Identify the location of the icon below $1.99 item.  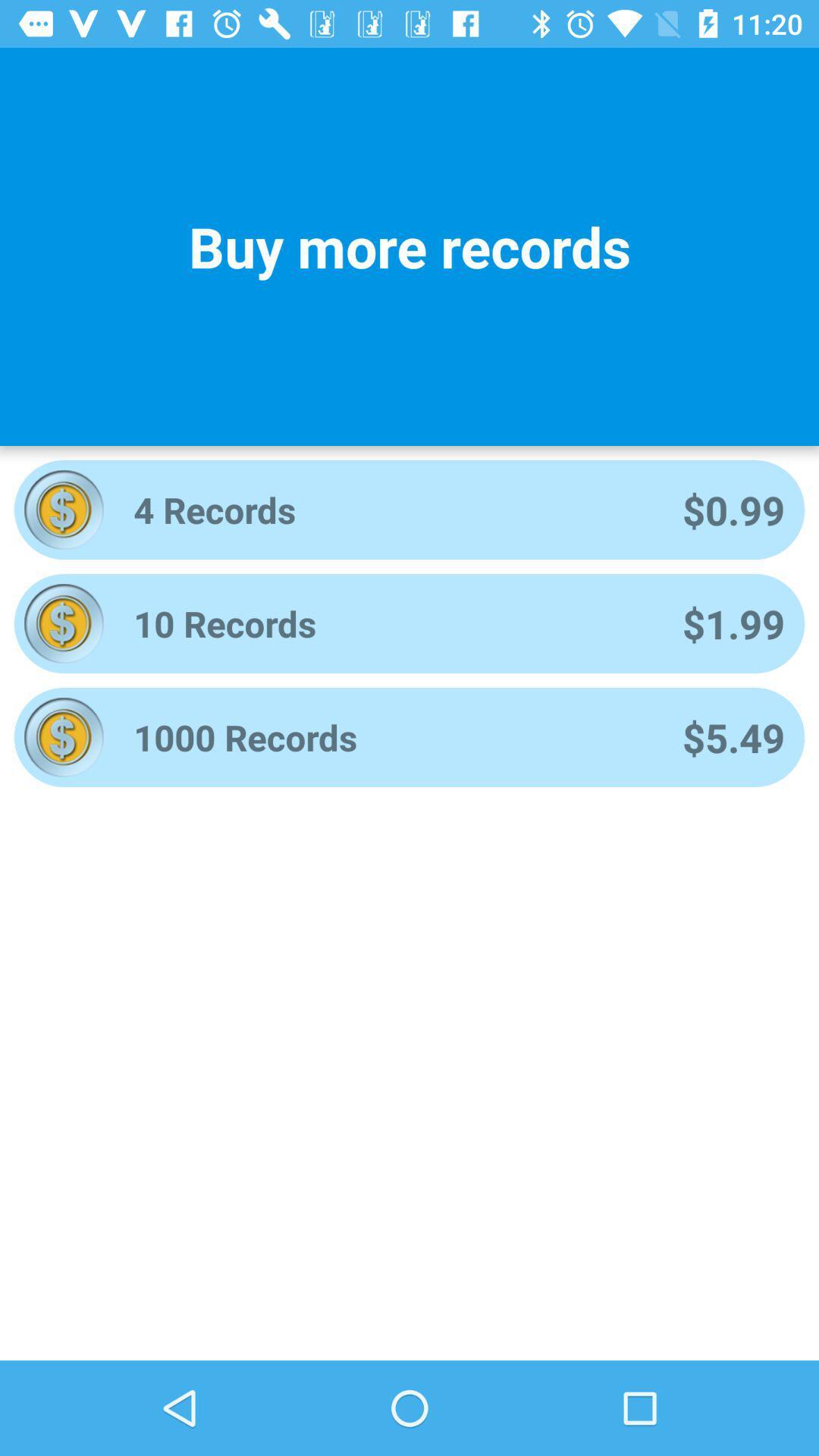
(733, 737).